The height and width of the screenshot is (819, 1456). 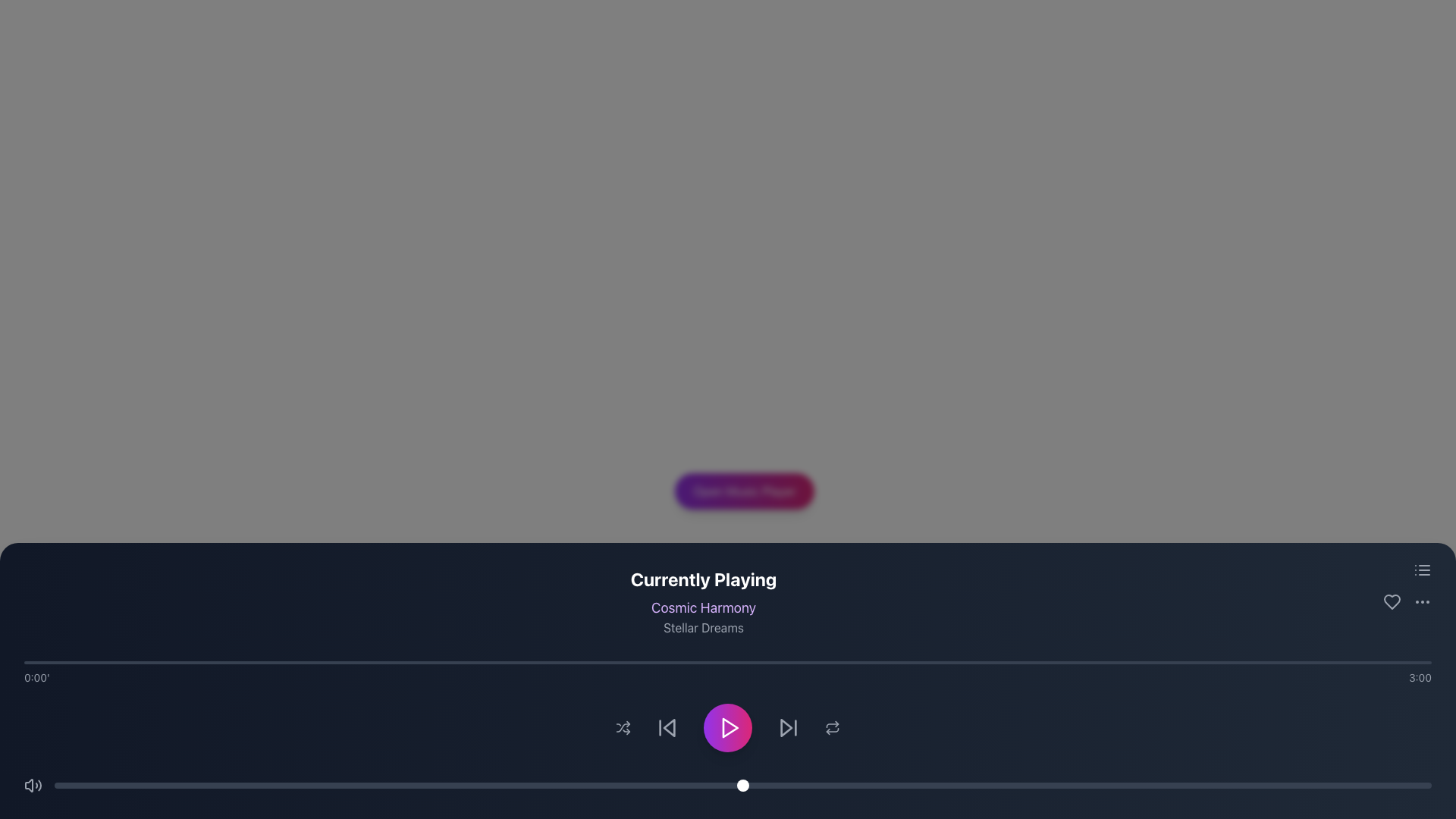 What do you see at coordinates (728, 727) in the screenshot?
I see `the circular button with a purple to pink gradient background featuring a white play icon in the center to observe hover effects` at bounding box center [728, 727].